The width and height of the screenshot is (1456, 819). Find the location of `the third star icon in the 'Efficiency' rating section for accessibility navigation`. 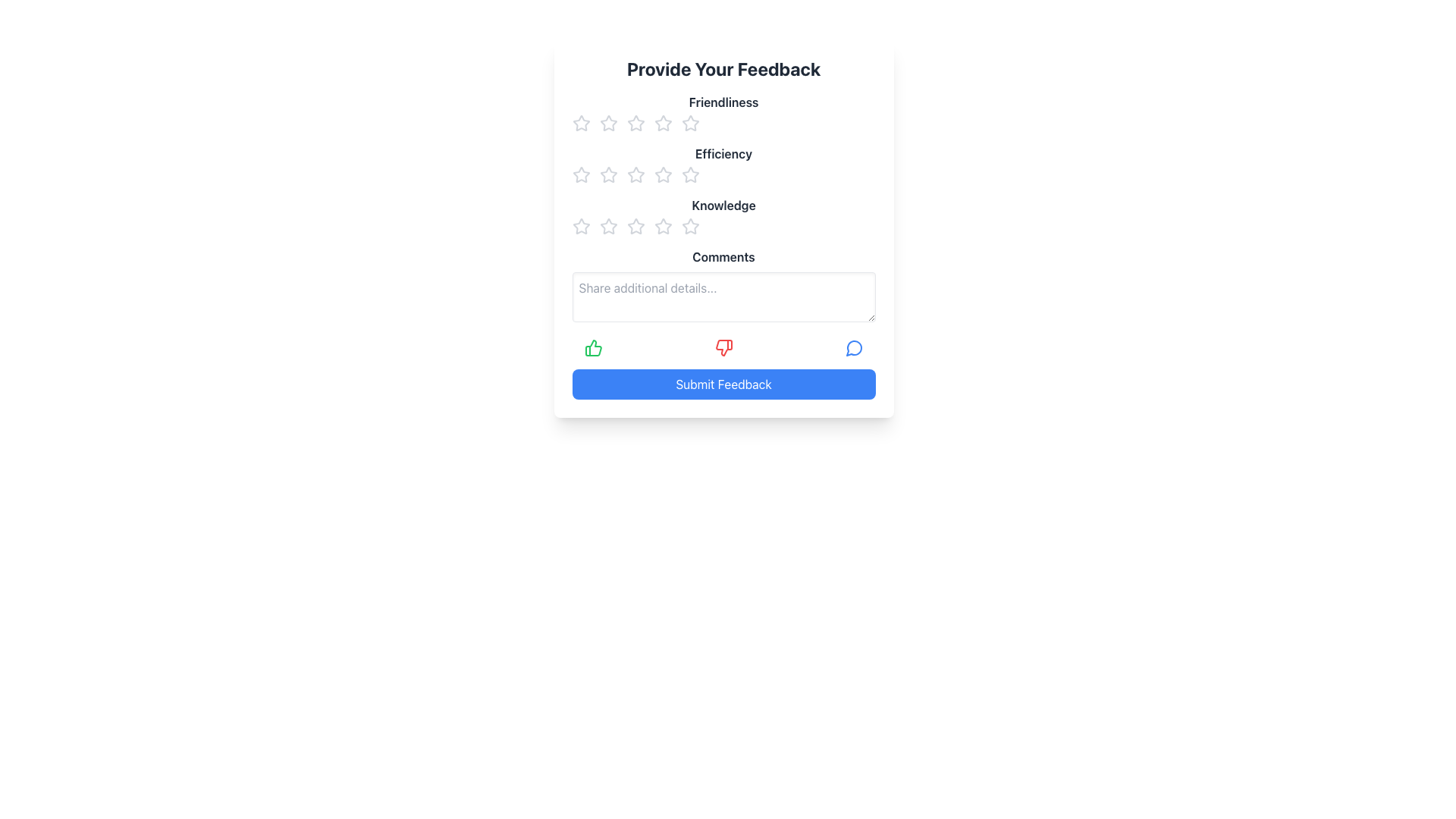

the third star icon in the 'Efficiency' rating section for accessibility navigation is located at coordinates (608, 174).